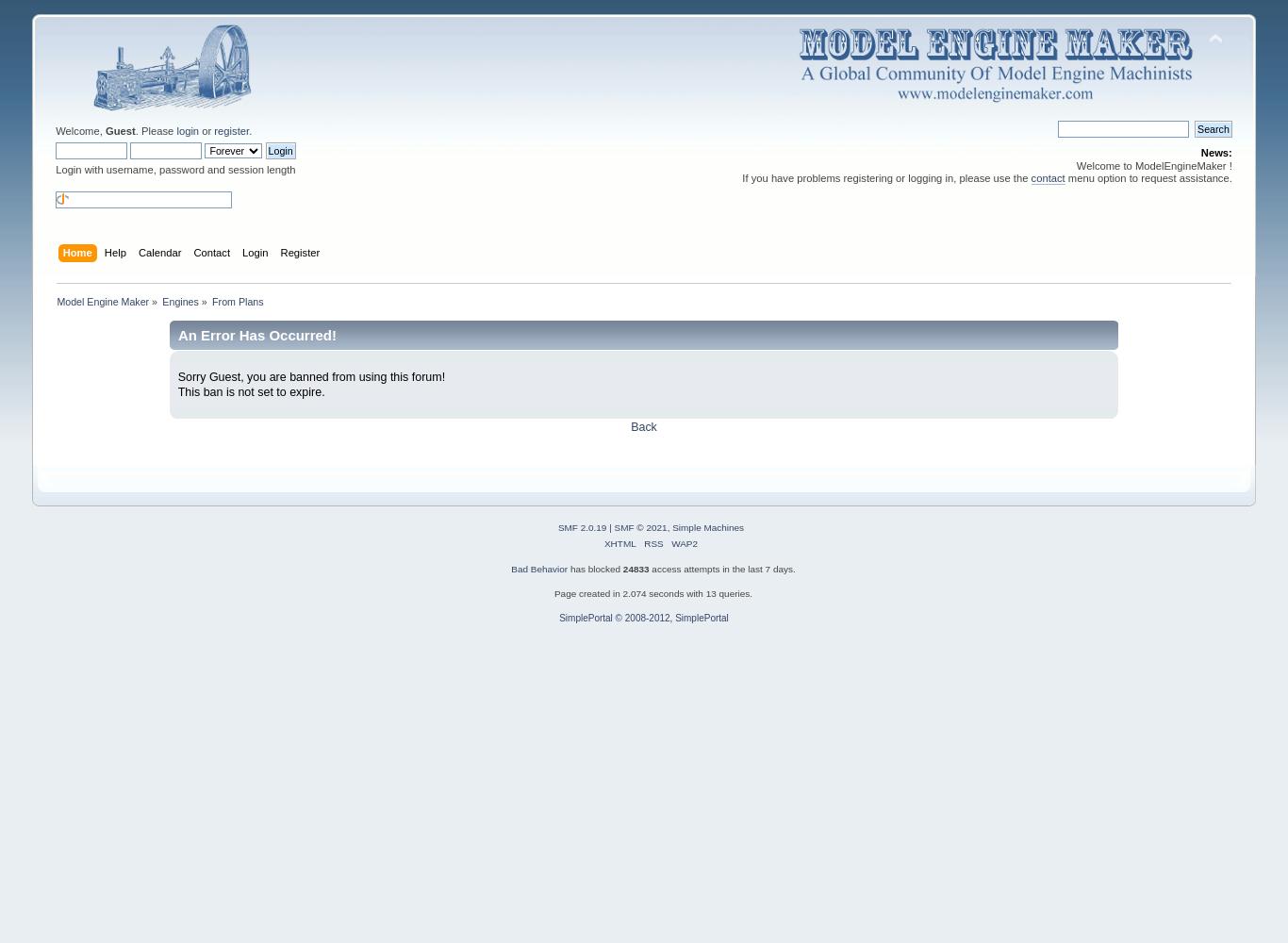  What do you see at coordinates (708, 527) in the screenshot?
I see `'Simple Machines'` at bounding box center [708, 527].